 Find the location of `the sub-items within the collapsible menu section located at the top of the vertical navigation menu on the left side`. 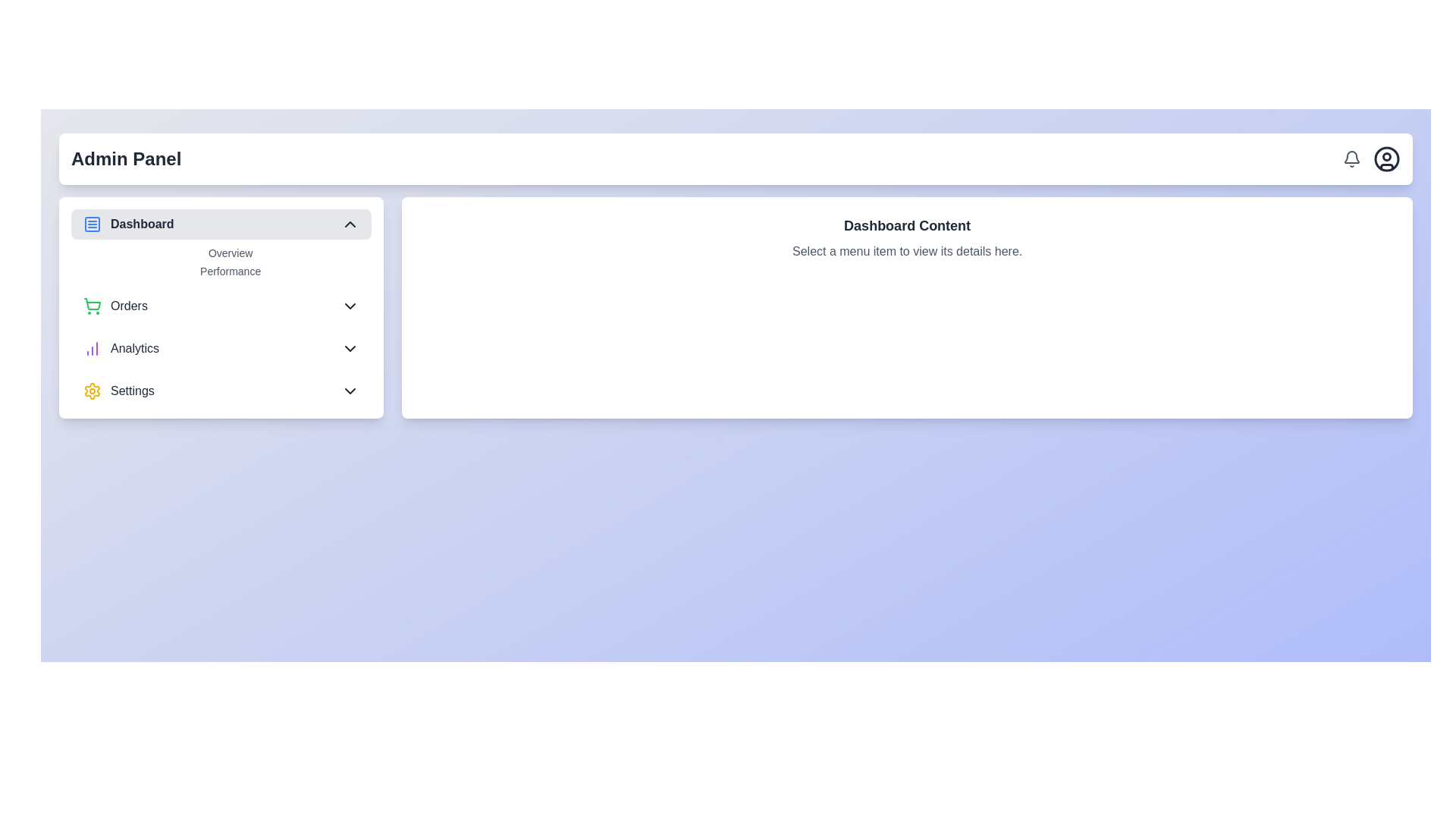

the sub-items within the collapsible menu section located at the top of the vertical navigation menu on the left side is located at coordinates (221, 243).